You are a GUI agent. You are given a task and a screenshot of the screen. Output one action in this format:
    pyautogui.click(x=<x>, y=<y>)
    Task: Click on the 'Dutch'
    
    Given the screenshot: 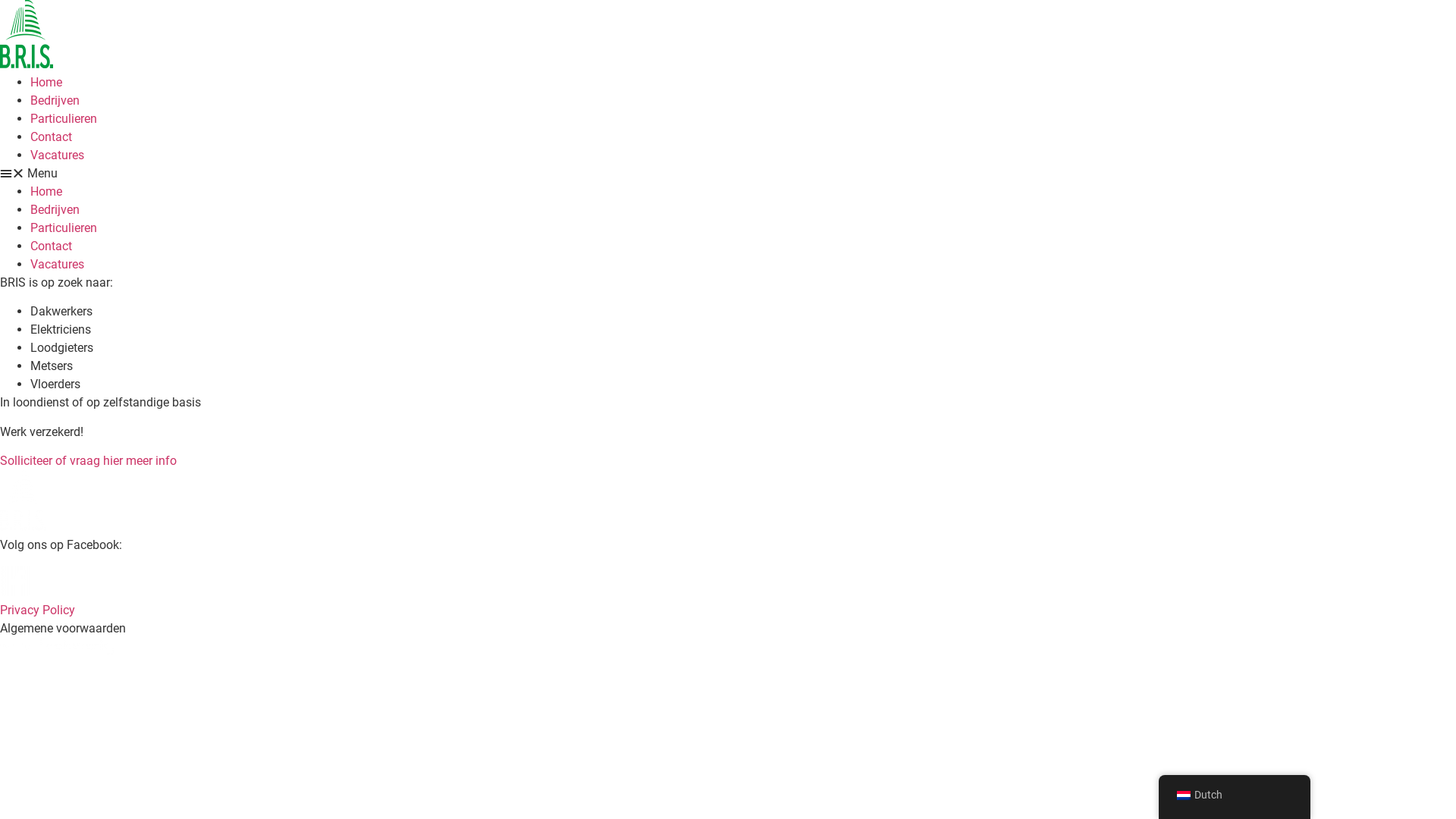 What is the action you would take?
    pyautogui.click(x=1234, y=795)
    